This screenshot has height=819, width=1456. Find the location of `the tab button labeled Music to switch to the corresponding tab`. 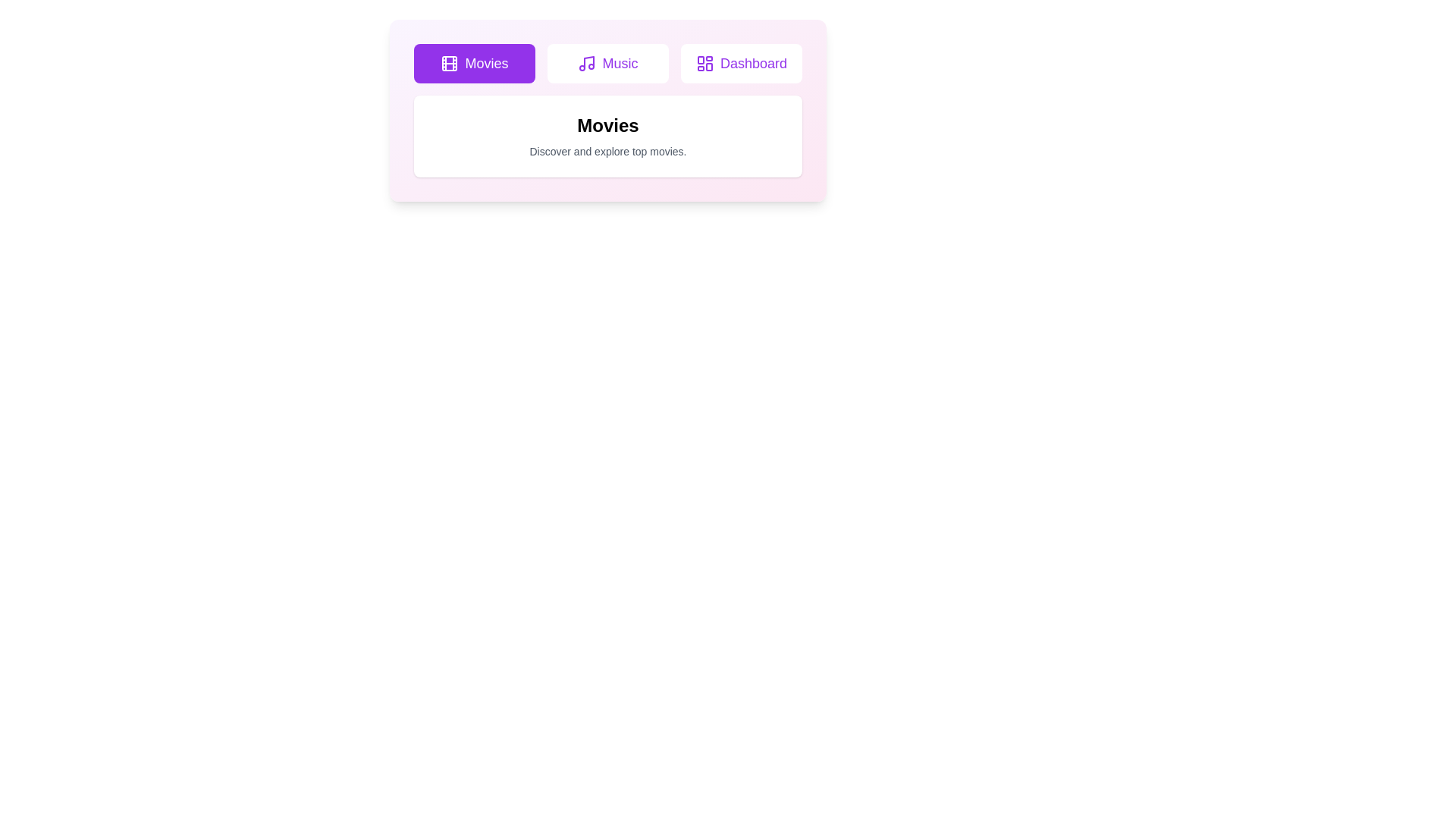

the tab button labeled Music to switch to the corresponding tab is located at coordinates (607, 63).